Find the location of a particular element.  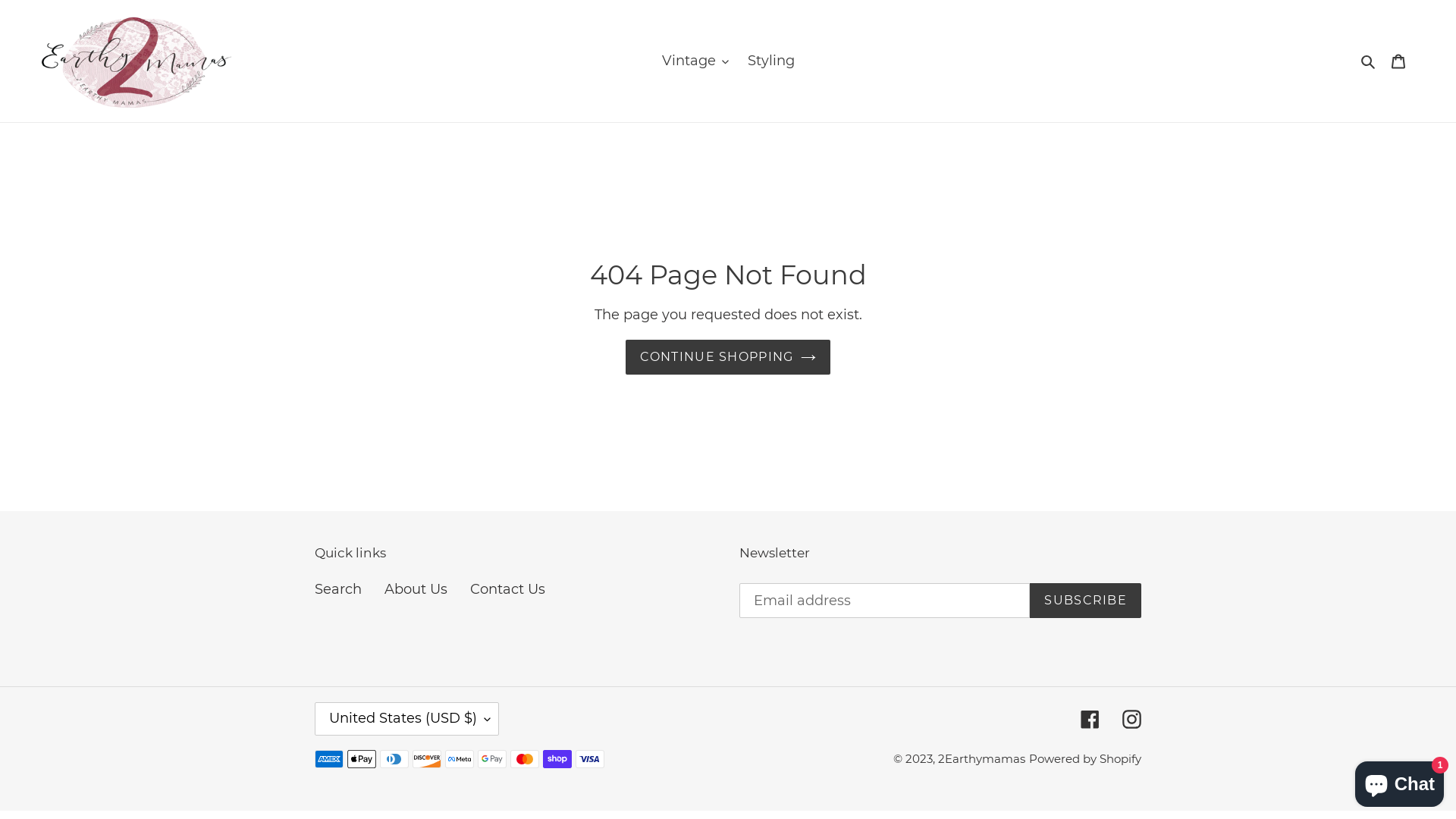

'Styling' is located at coordinates (739, 60).